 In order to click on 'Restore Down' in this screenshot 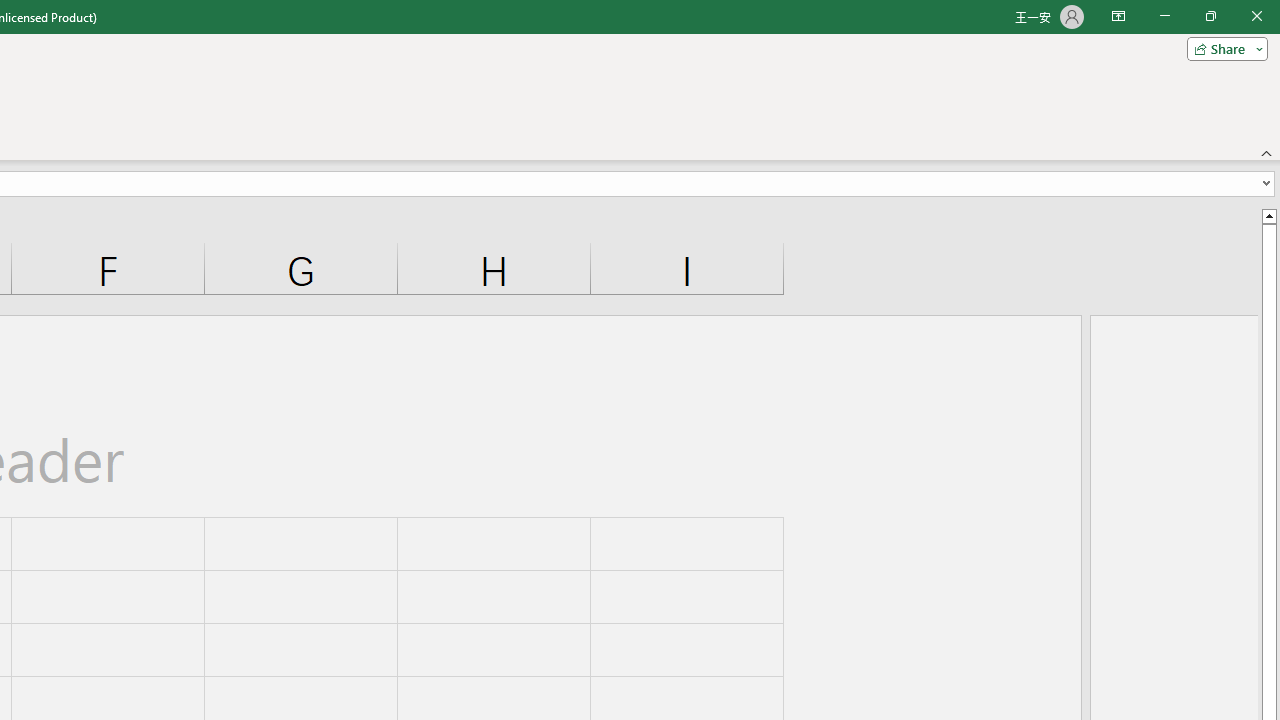, I will do `click(1209, 16)`.